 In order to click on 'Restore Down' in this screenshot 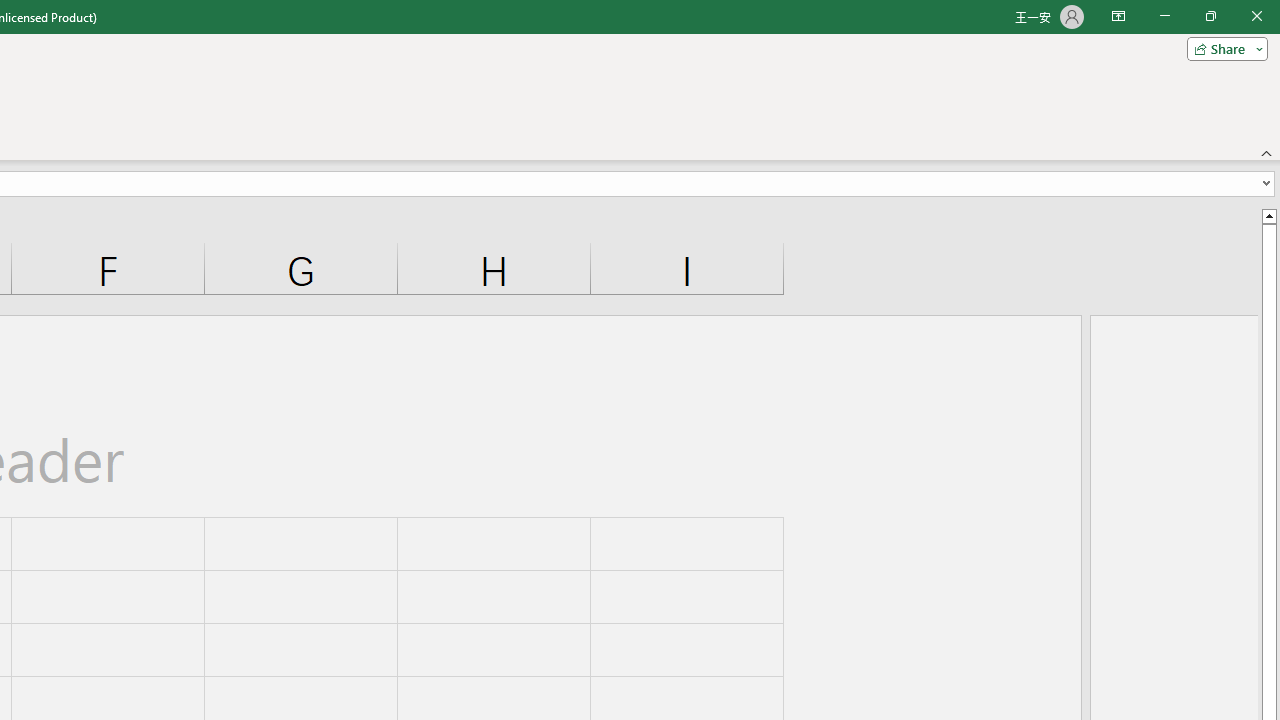, I will do `click(1209, 16)`.